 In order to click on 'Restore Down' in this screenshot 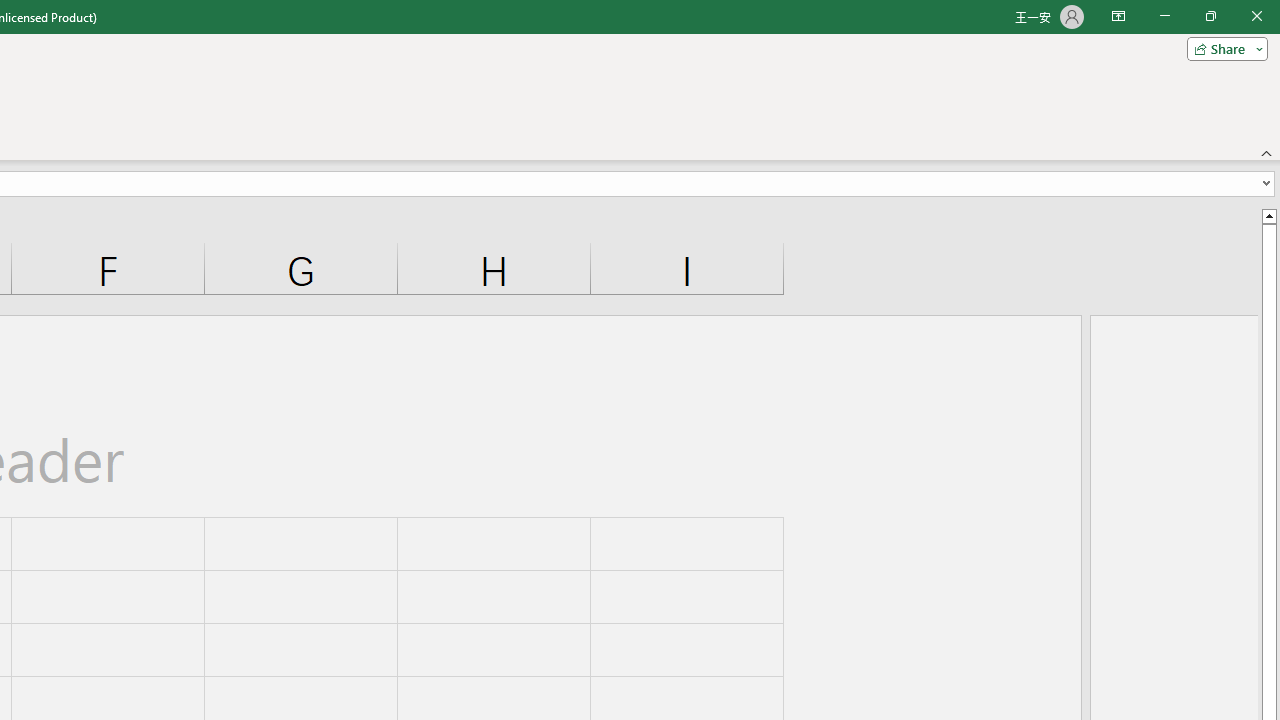, I will do `click(1209, 16)`.